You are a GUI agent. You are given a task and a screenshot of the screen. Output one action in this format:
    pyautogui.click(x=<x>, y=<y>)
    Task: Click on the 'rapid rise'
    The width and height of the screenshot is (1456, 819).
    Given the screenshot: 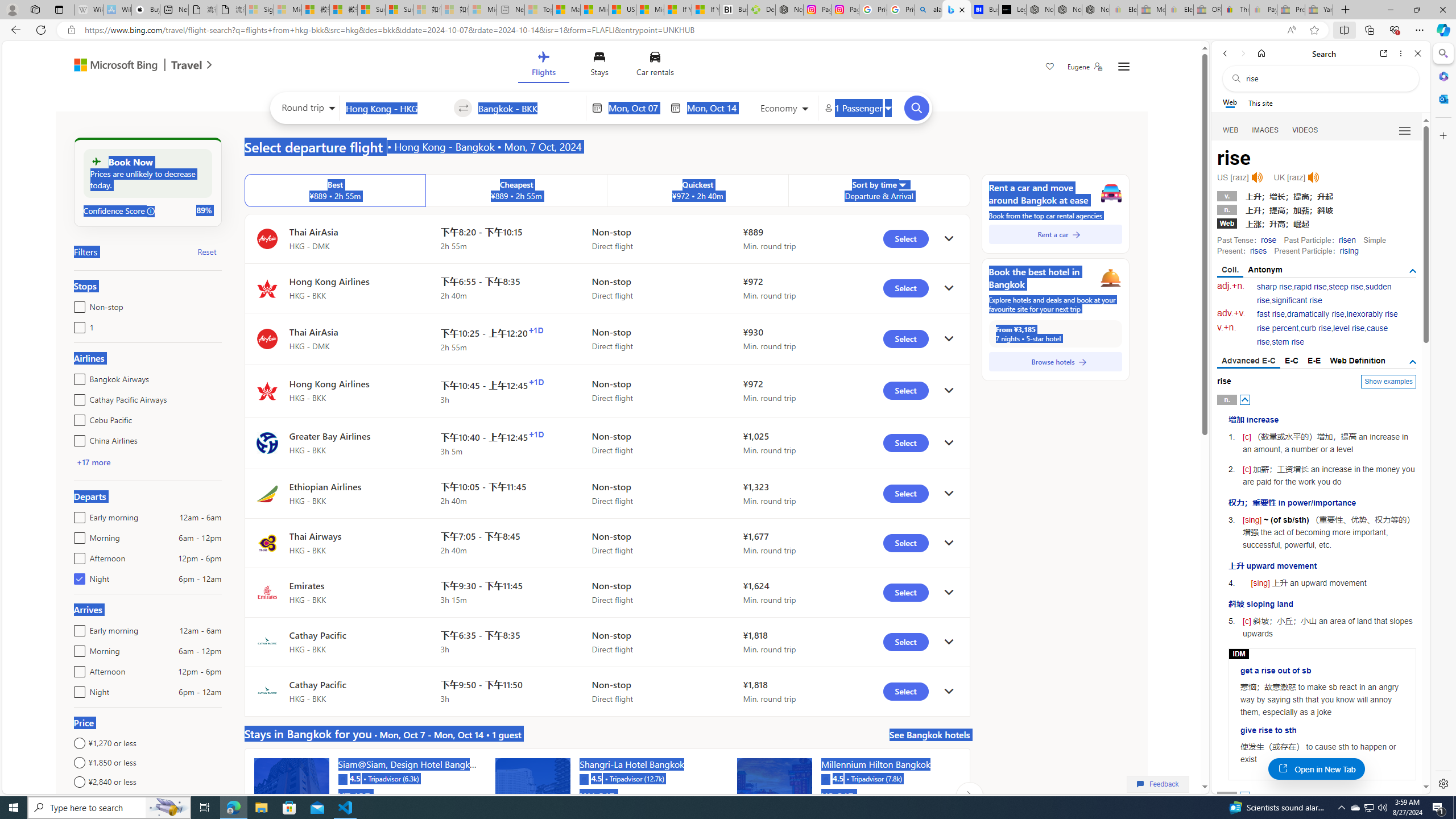 What is the action you would take?
    pyautogui.click(x=1310, y=286)
    